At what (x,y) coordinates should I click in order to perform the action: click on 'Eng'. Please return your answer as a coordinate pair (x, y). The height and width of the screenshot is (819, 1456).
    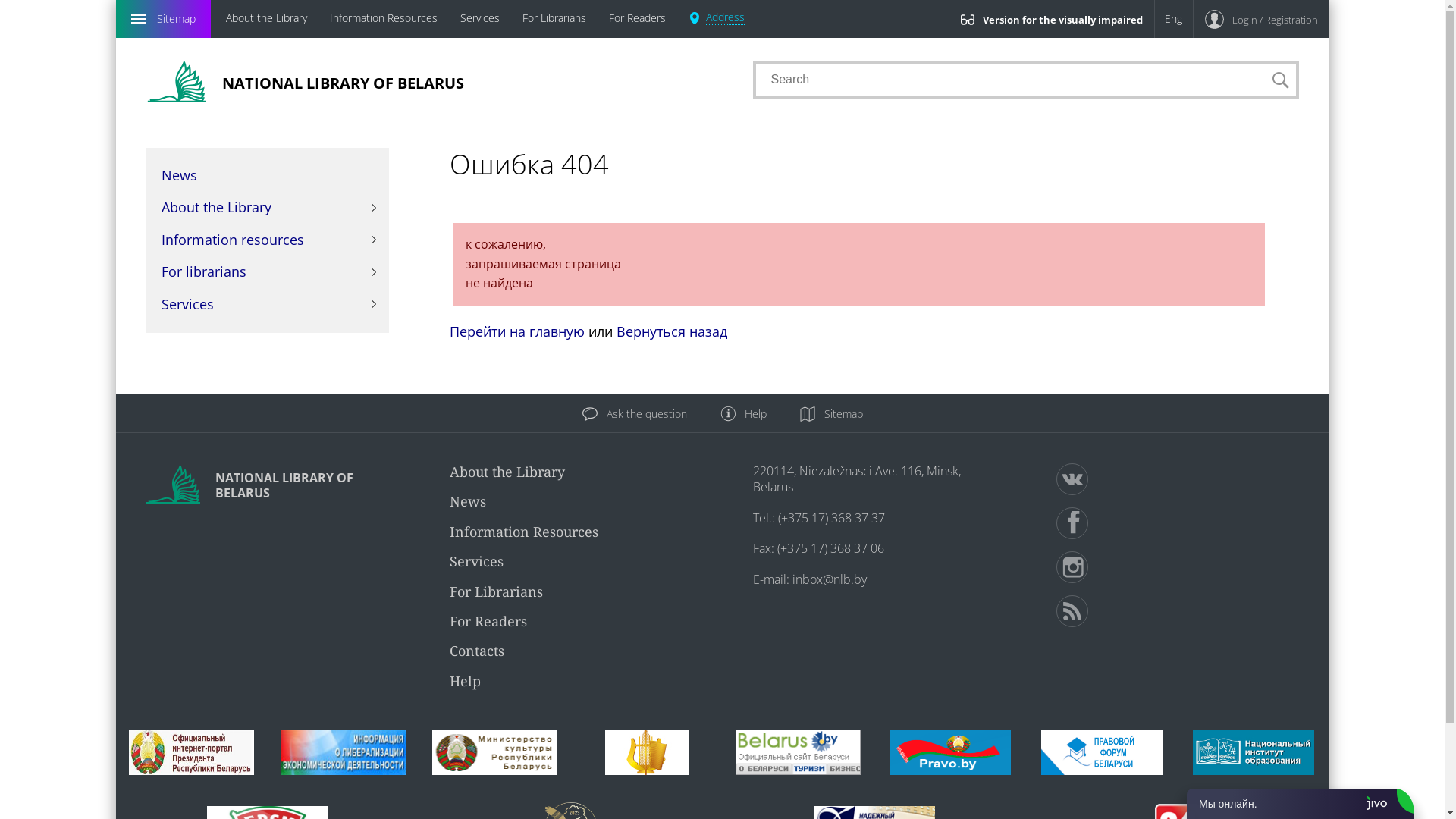
    Looking at the image, I should click on (1172, 18).